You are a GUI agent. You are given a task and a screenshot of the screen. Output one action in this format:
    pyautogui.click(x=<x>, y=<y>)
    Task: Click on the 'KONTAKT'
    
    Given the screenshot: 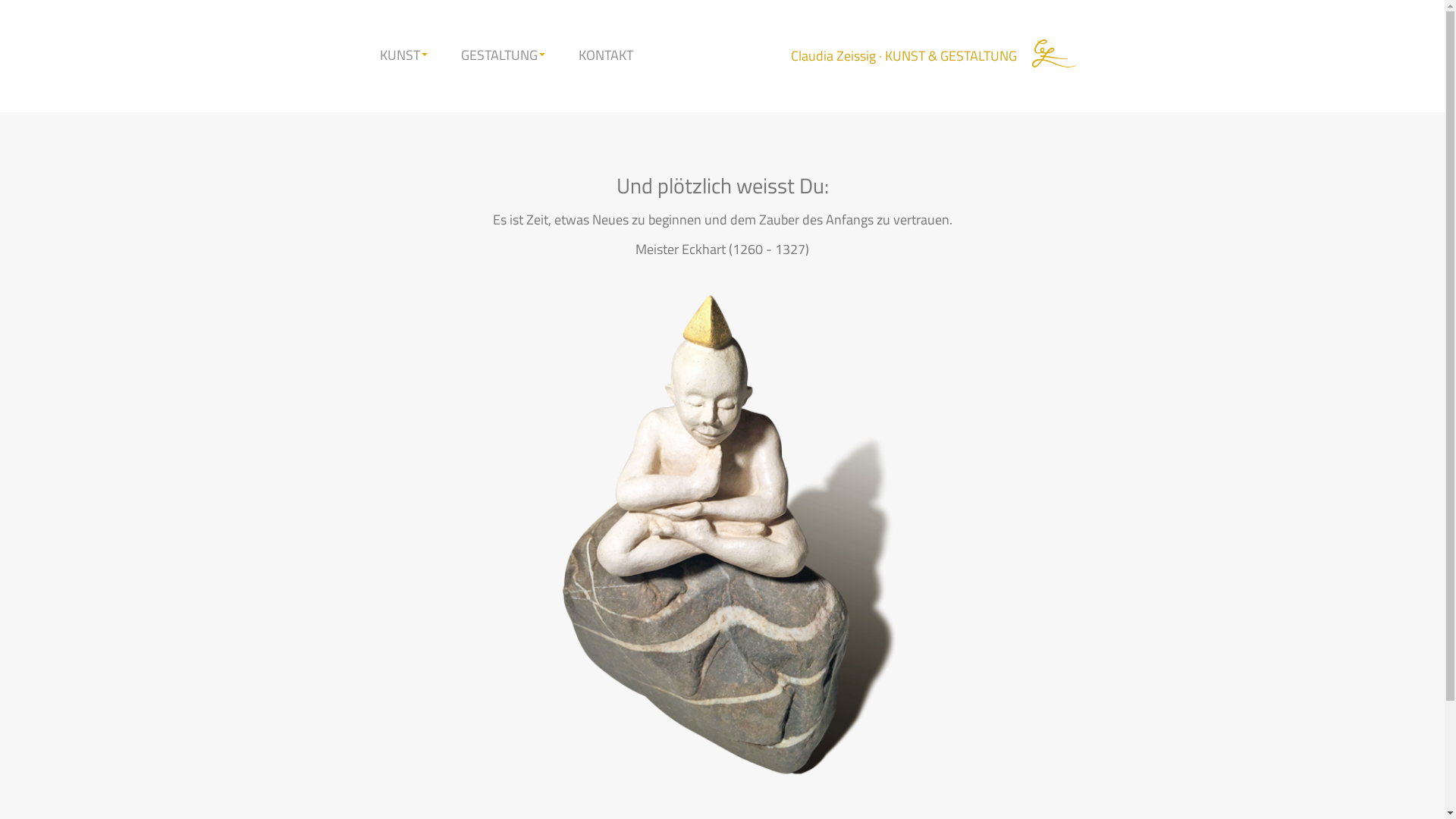 What is the action you would take?
    pyautogui.click(x=604, y=55)
    